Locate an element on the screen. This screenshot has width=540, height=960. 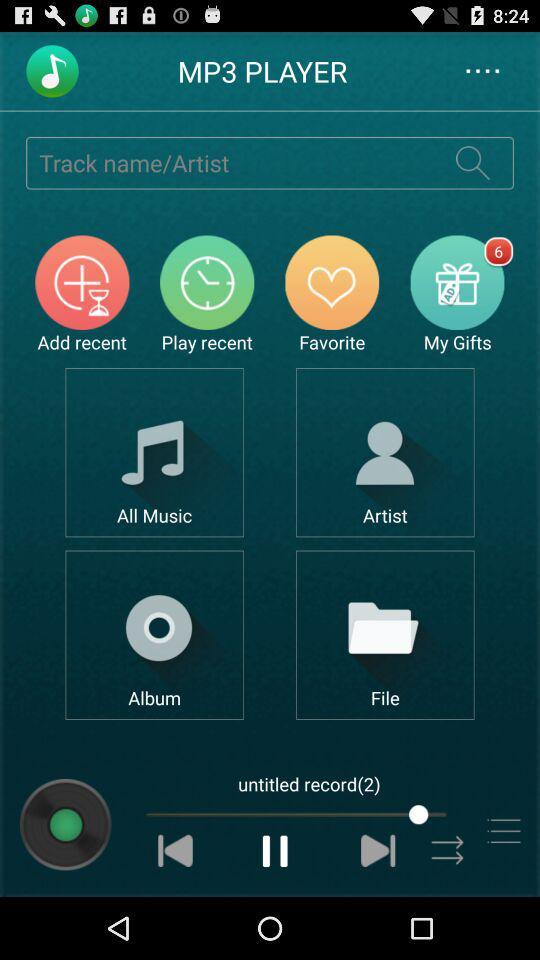
click here is located at coordinates (385, 452).